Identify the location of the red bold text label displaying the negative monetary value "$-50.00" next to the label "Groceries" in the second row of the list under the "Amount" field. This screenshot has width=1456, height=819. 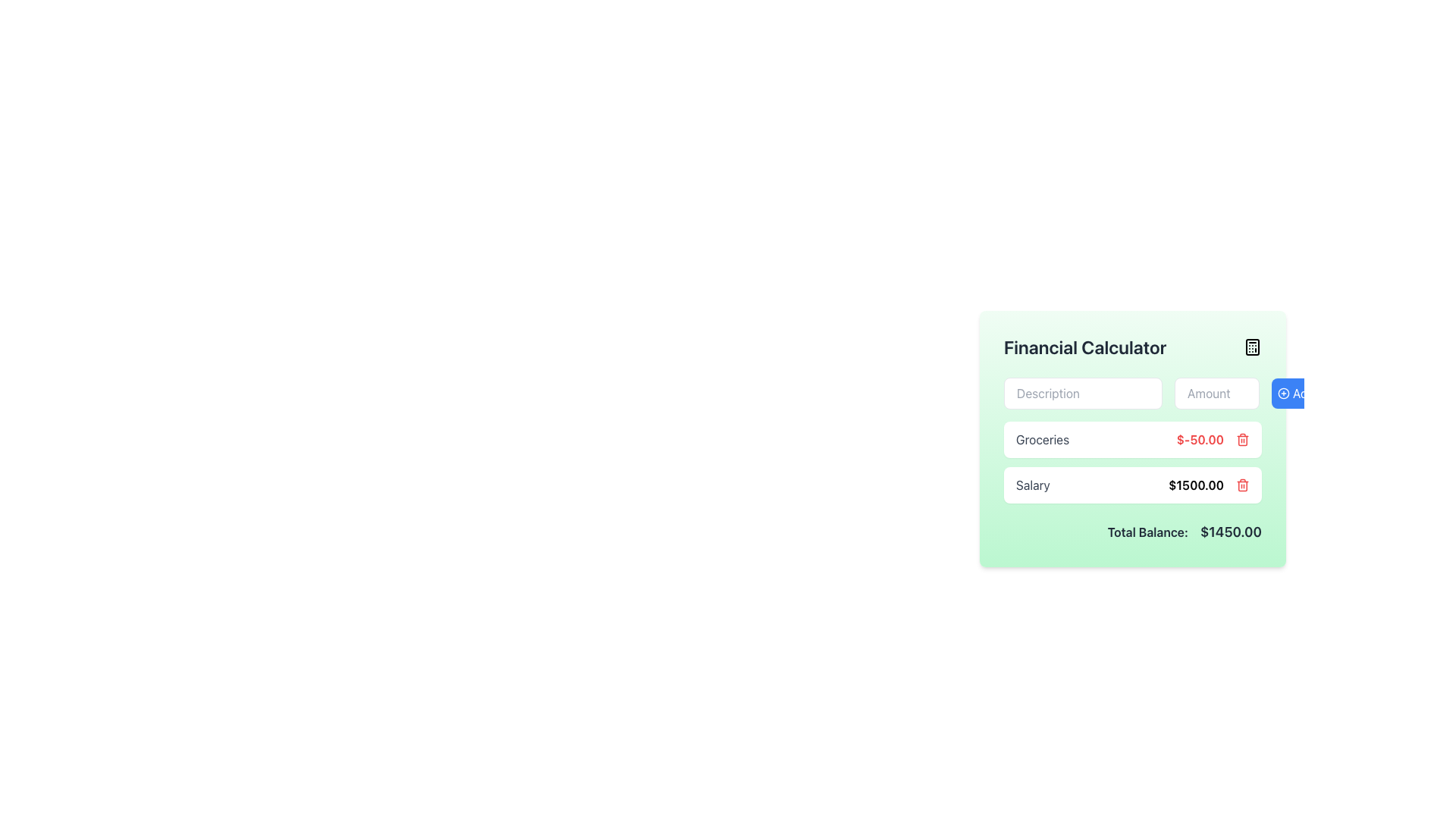
(1199, 439).